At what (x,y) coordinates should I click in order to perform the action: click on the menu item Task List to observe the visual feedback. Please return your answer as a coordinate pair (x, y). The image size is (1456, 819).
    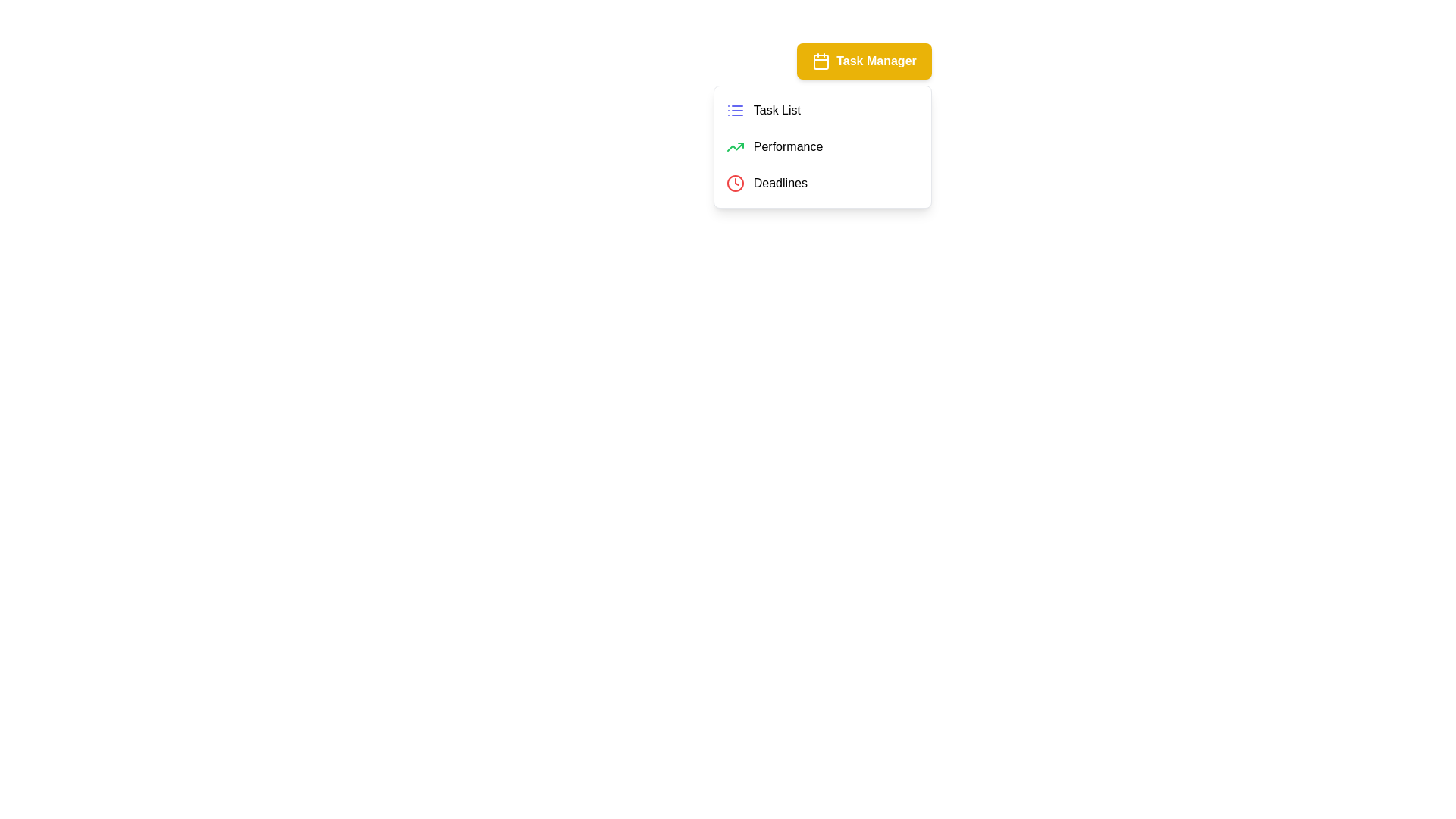
    Looking at the image, I should click on (821, 110).